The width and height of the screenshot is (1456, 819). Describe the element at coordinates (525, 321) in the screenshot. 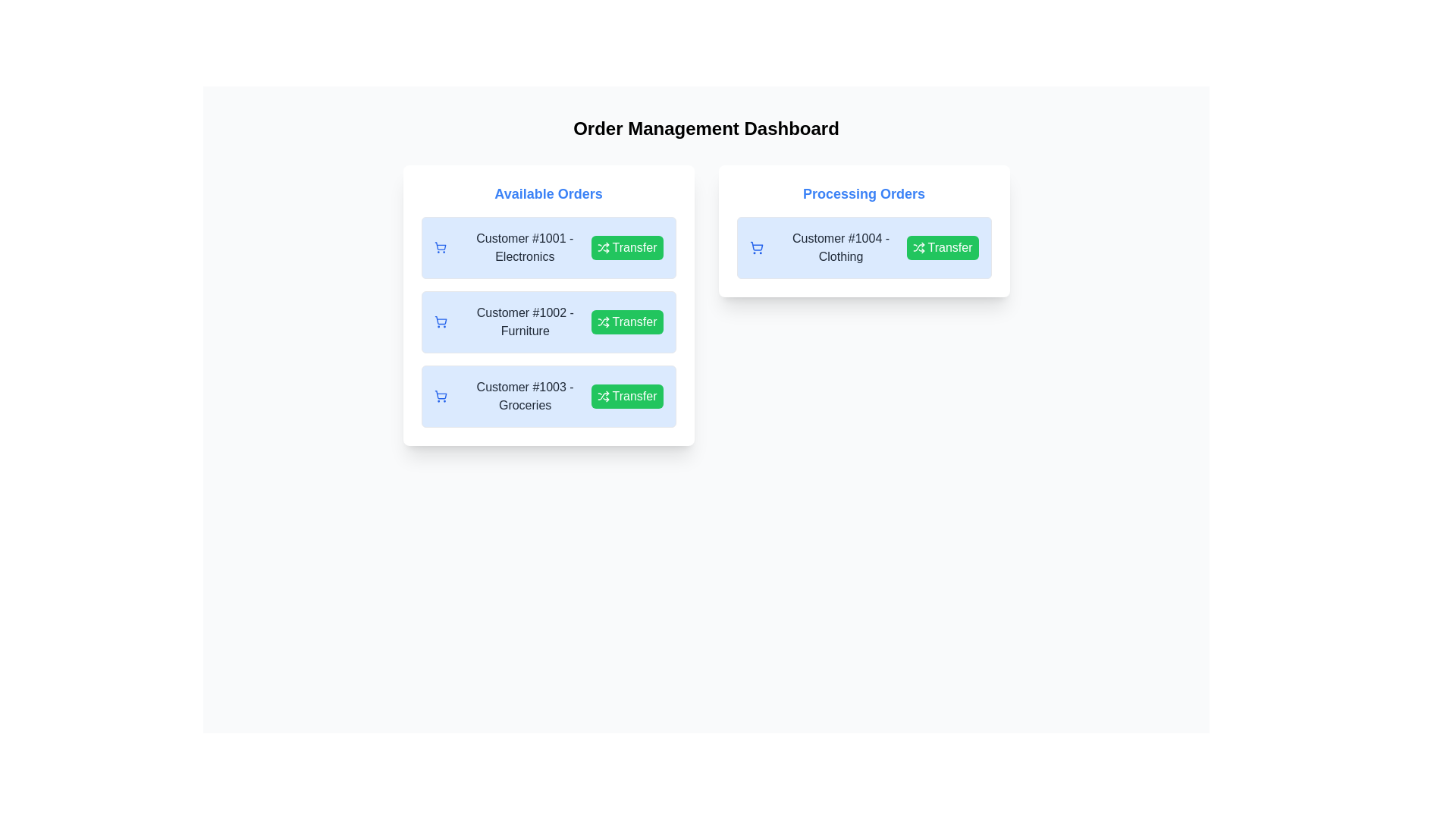

I see `the text label displaying 'Customer #1002 - Furniture' which is located centrally in the 'Available Orders' section, between a shopping cart icon and a green 'Transfer' button` at that location.